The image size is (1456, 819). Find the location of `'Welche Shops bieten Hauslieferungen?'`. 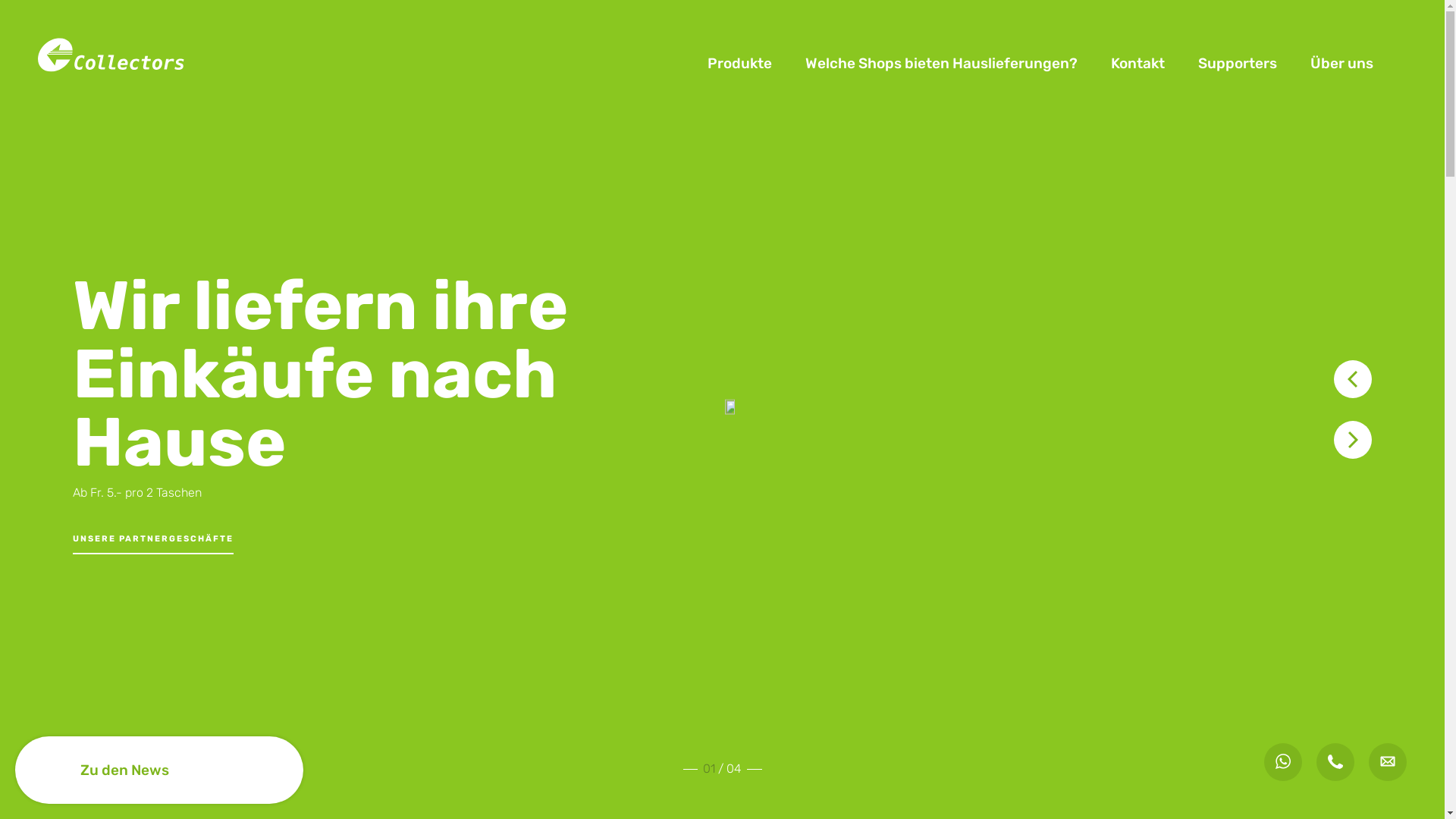

'Welche Shops bieten Hauslieferungen?' is located at coordinates (940, 63).